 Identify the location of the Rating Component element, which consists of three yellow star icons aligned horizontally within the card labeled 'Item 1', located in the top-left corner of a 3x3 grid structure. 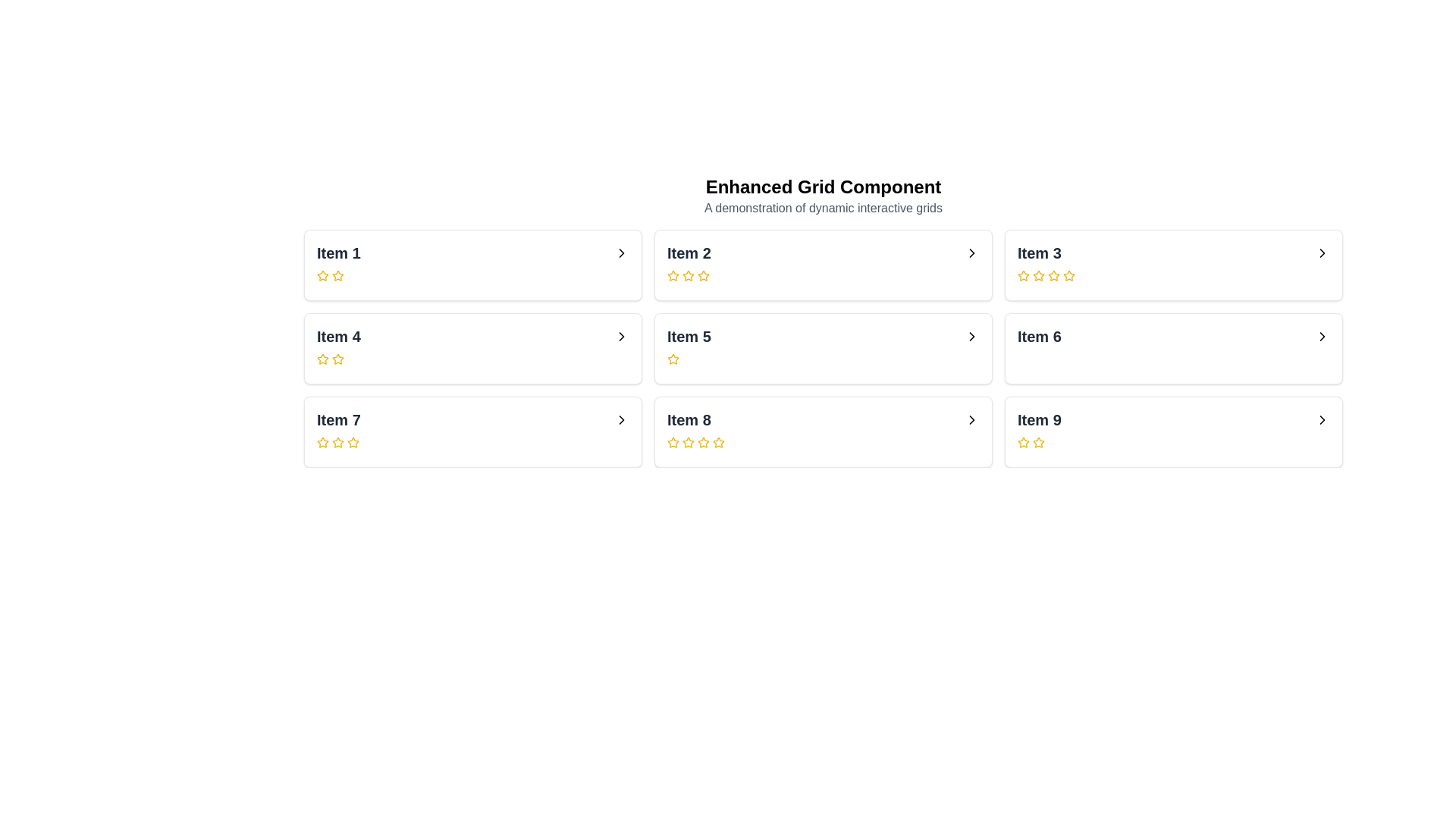
(472, 275).